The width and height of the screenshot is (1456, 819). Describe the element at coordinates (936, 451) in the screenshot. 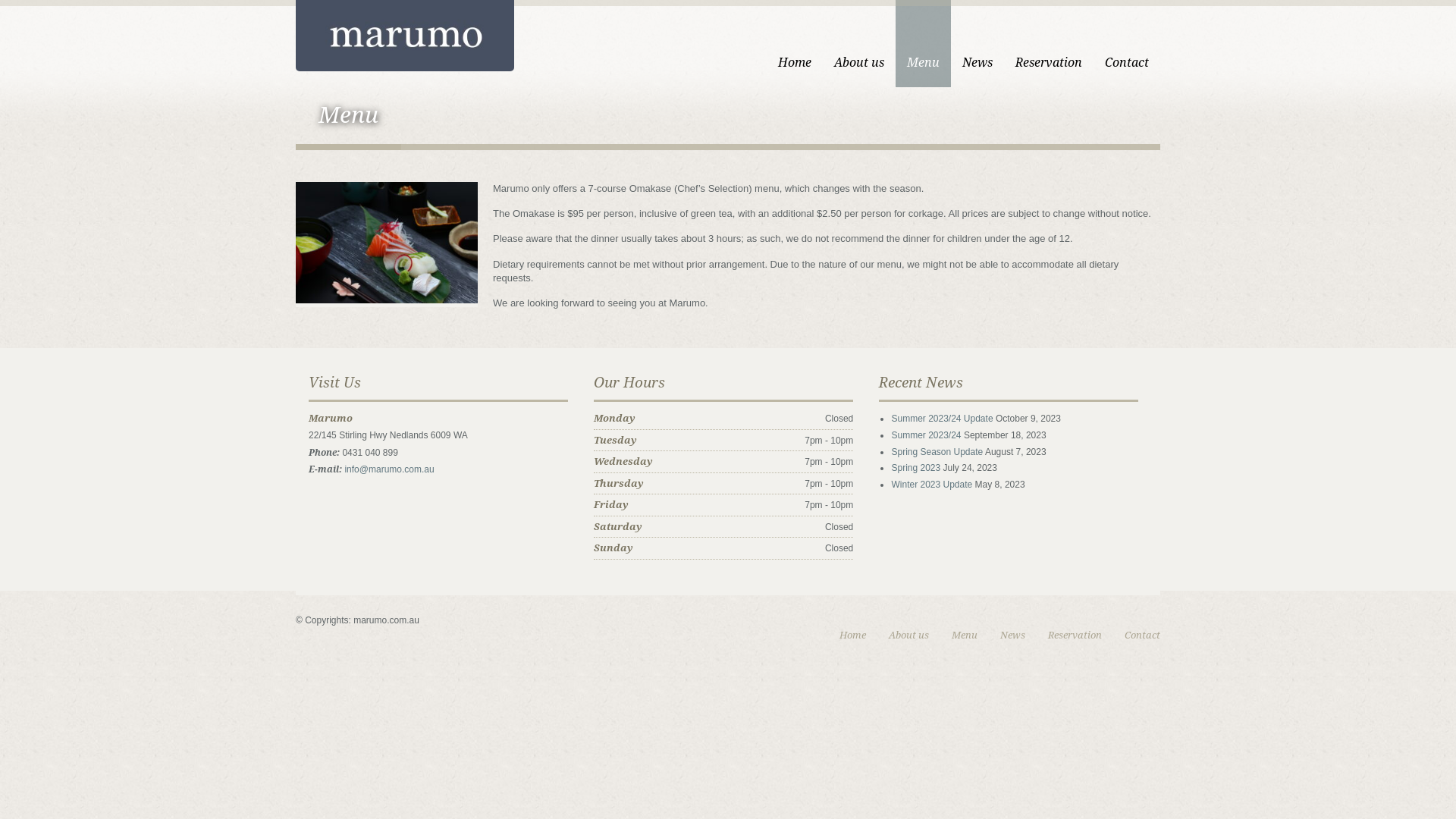

I see `'Spring Season Update'` at that location.